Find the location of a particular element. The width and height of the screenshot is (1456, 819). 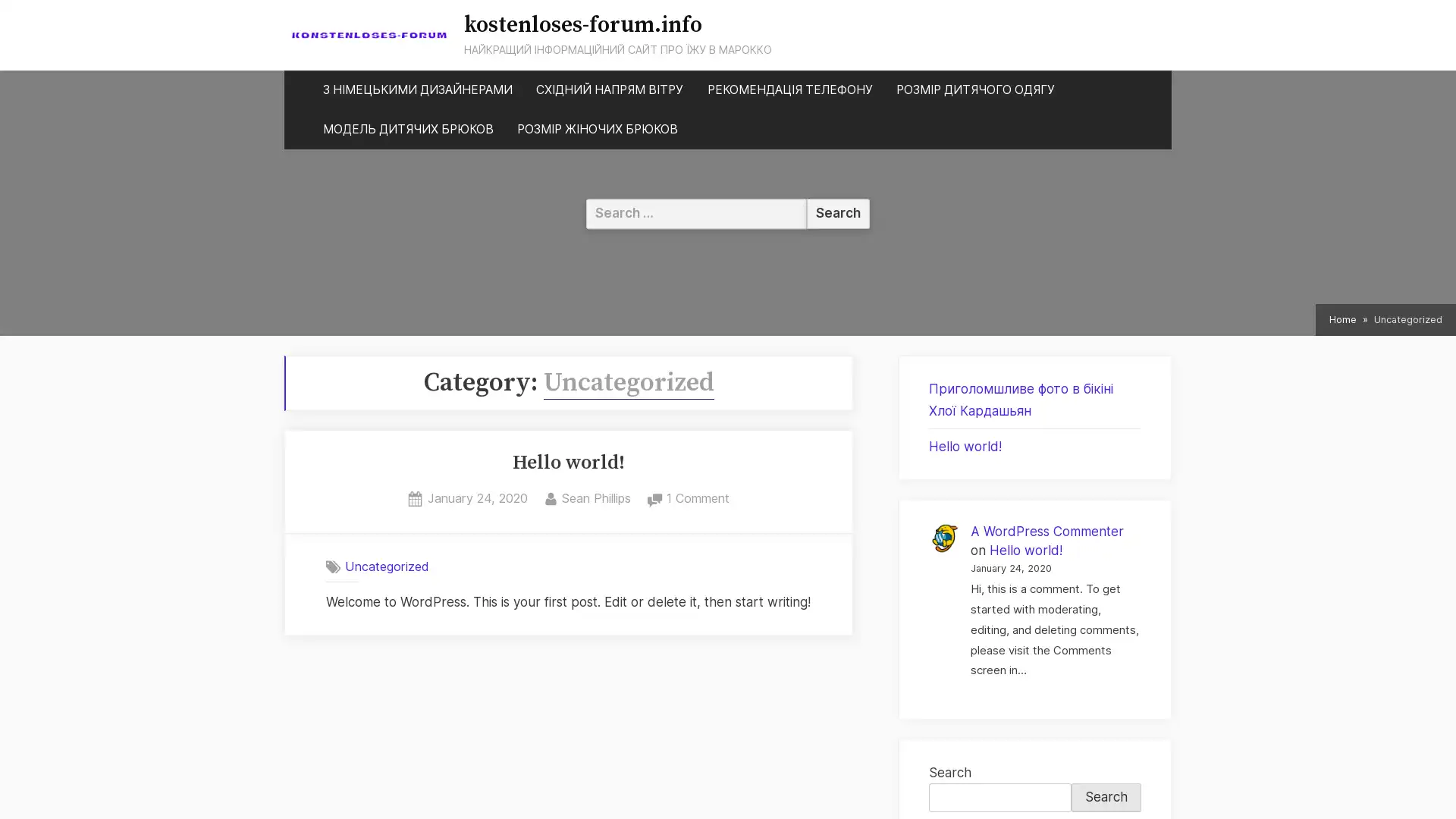

Search is located at coordinates (837, 213).